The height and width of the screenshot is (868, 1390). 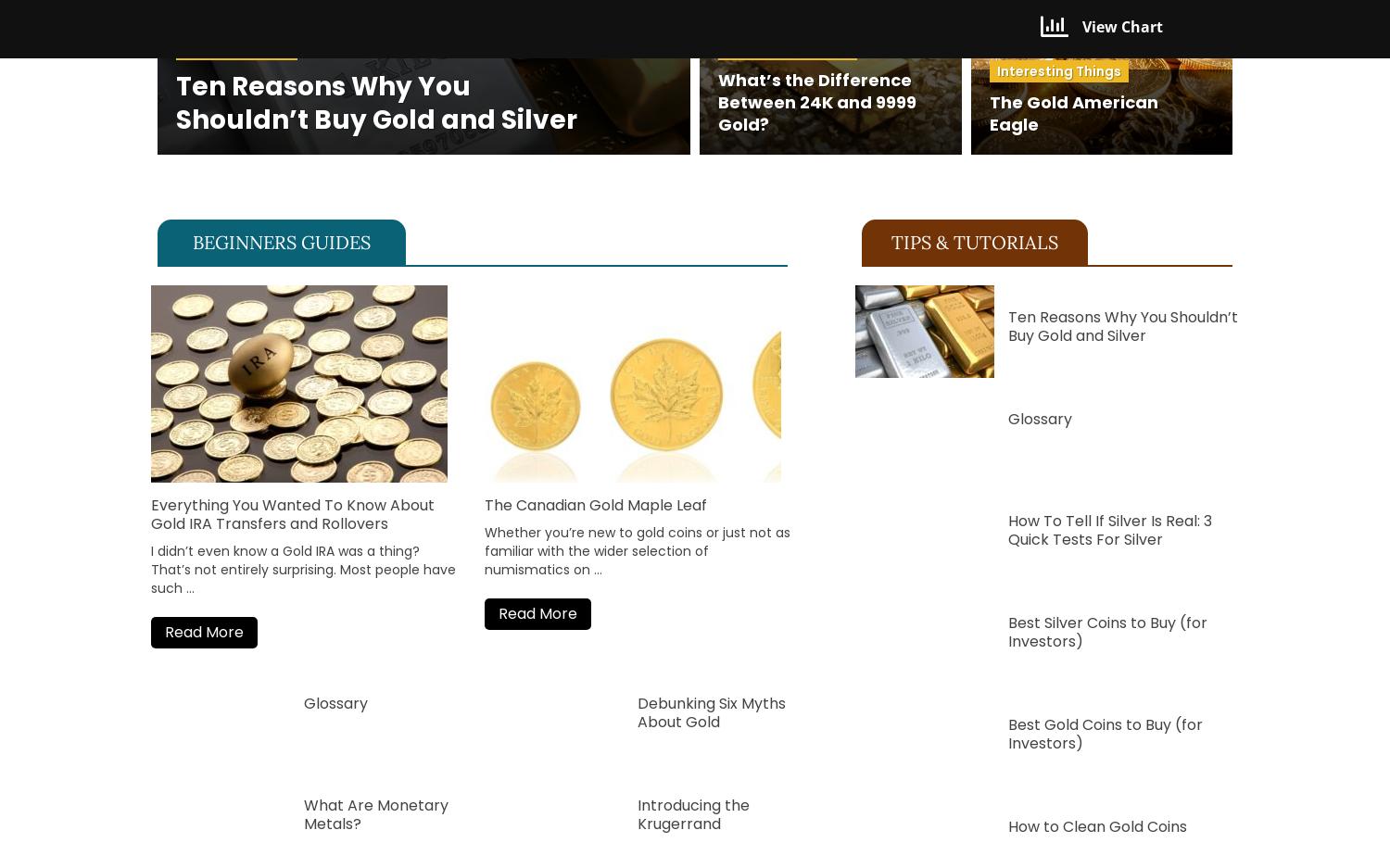 What do you see at coordinates (1104, 733) in the screenshot?
I see `'Best Gold Coins to Buy (for Investors)'` at bounding box center [1104, 733].